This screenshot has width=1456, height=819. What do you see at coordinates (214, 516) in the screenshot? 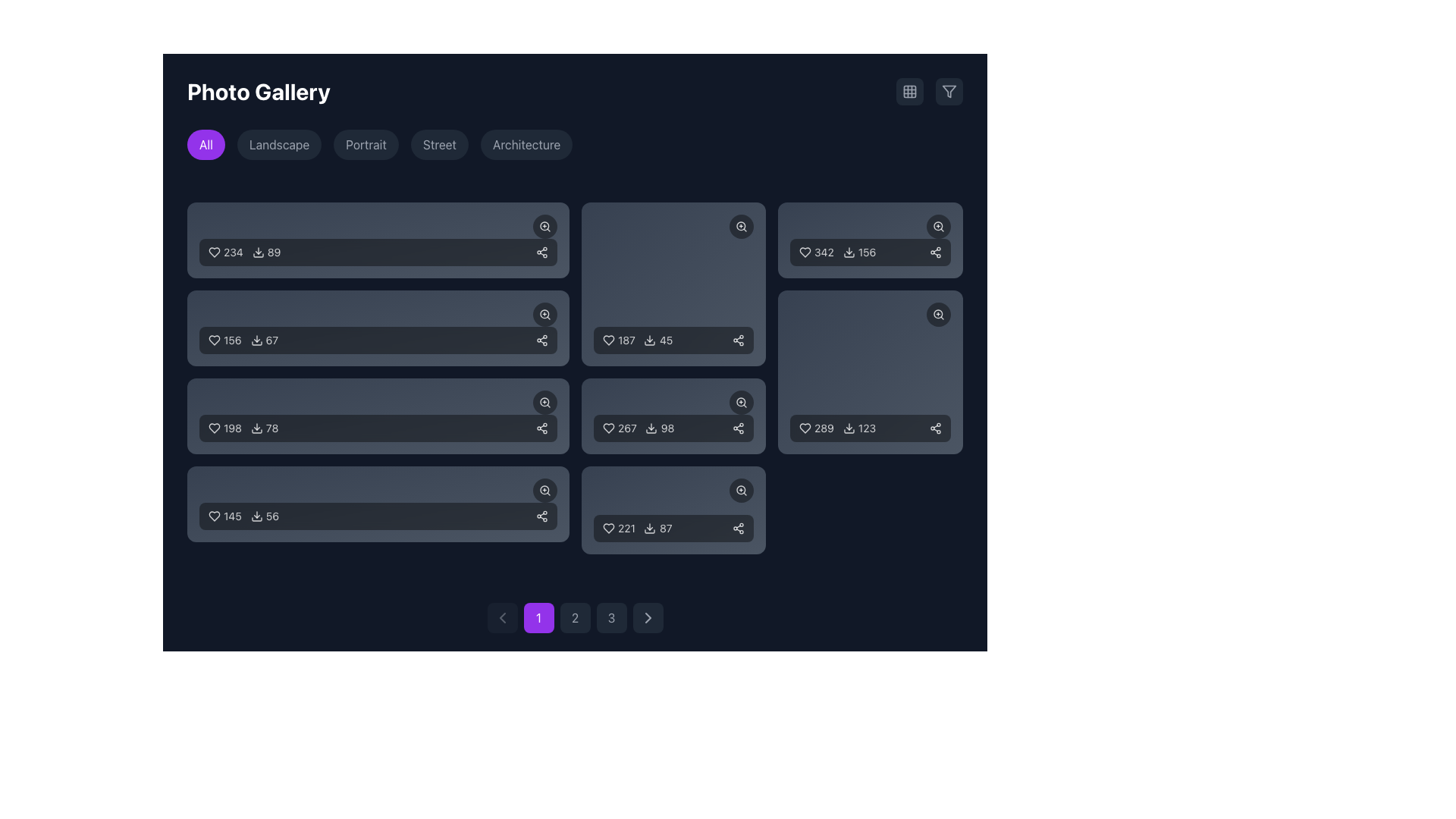
I see `the heart-shaped icon that represents the 'like' or 'favorites' feature located on the left side of the fourth card in the main content grid` at bounding box center [214, 516].